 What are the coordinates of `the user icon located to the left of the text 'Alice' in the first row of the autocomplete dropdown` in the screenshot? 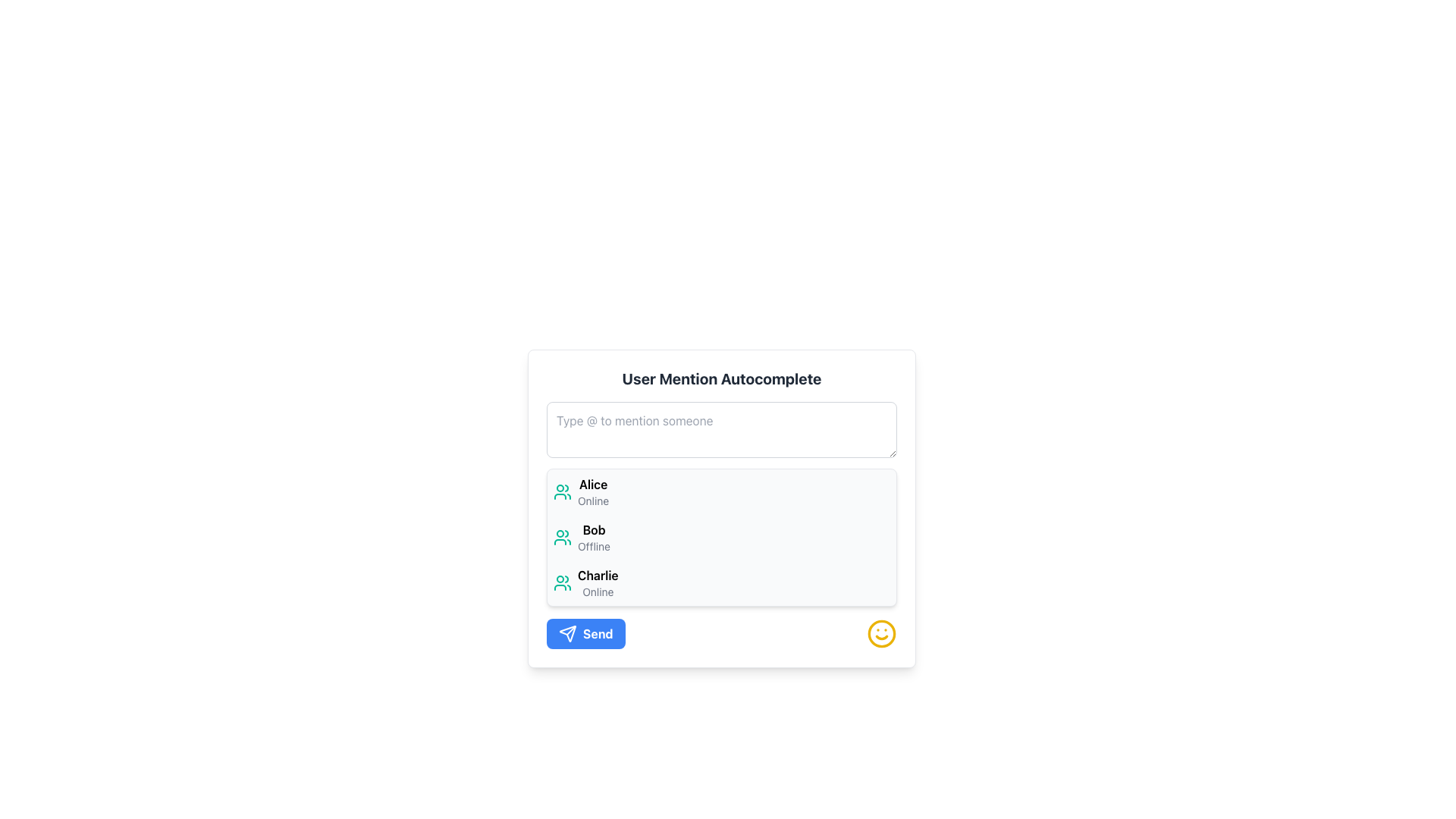 It's located at (562, 491).